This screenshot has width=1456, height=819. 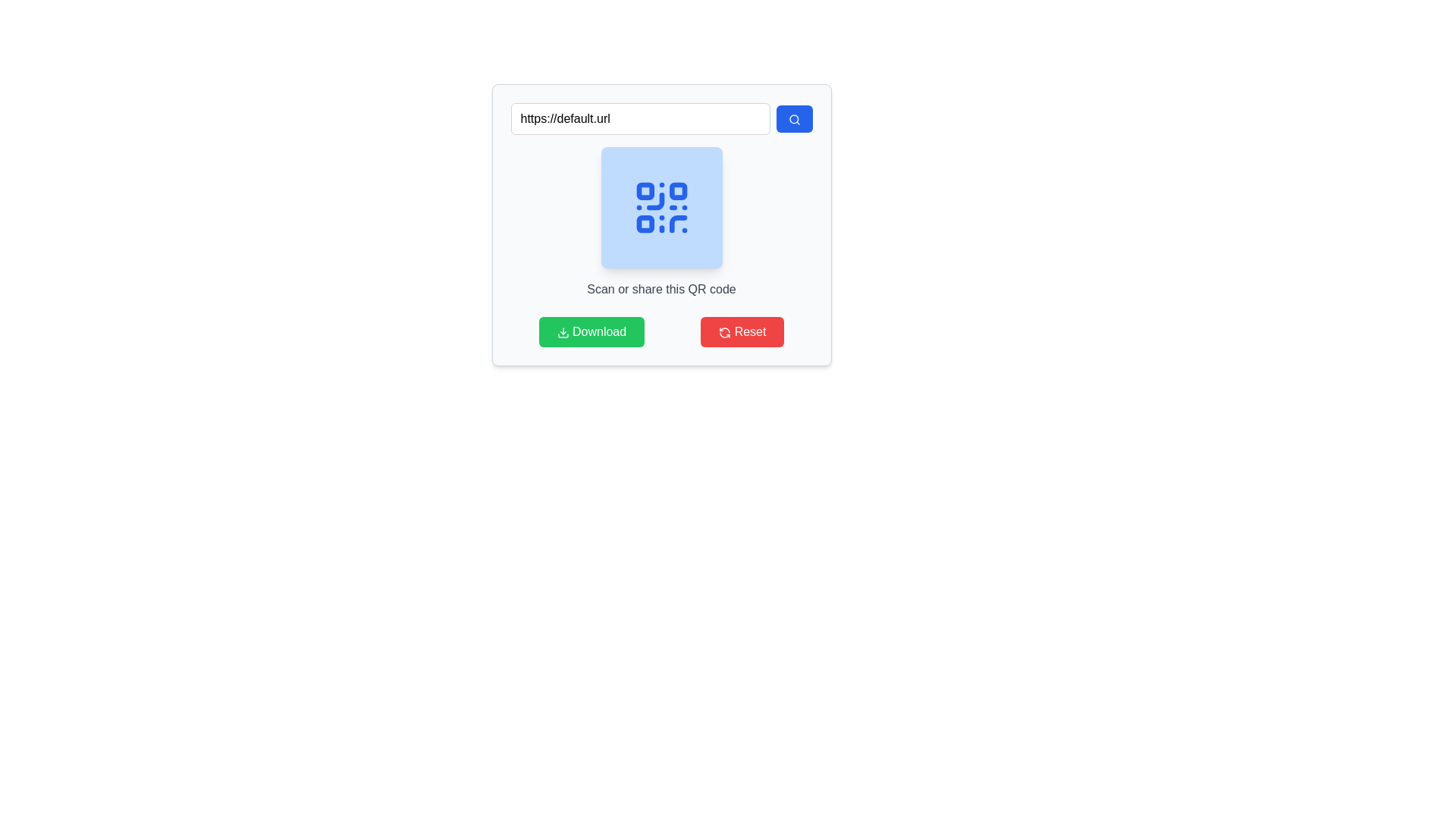 What do you see at coordinates (562, 331) in the screenshot?
I see `the download icon located inside the green 'Download' button, positioned in the bottom left section below the QR code and to the left of the red 'Reset' button` at bounding box center [562, 331].